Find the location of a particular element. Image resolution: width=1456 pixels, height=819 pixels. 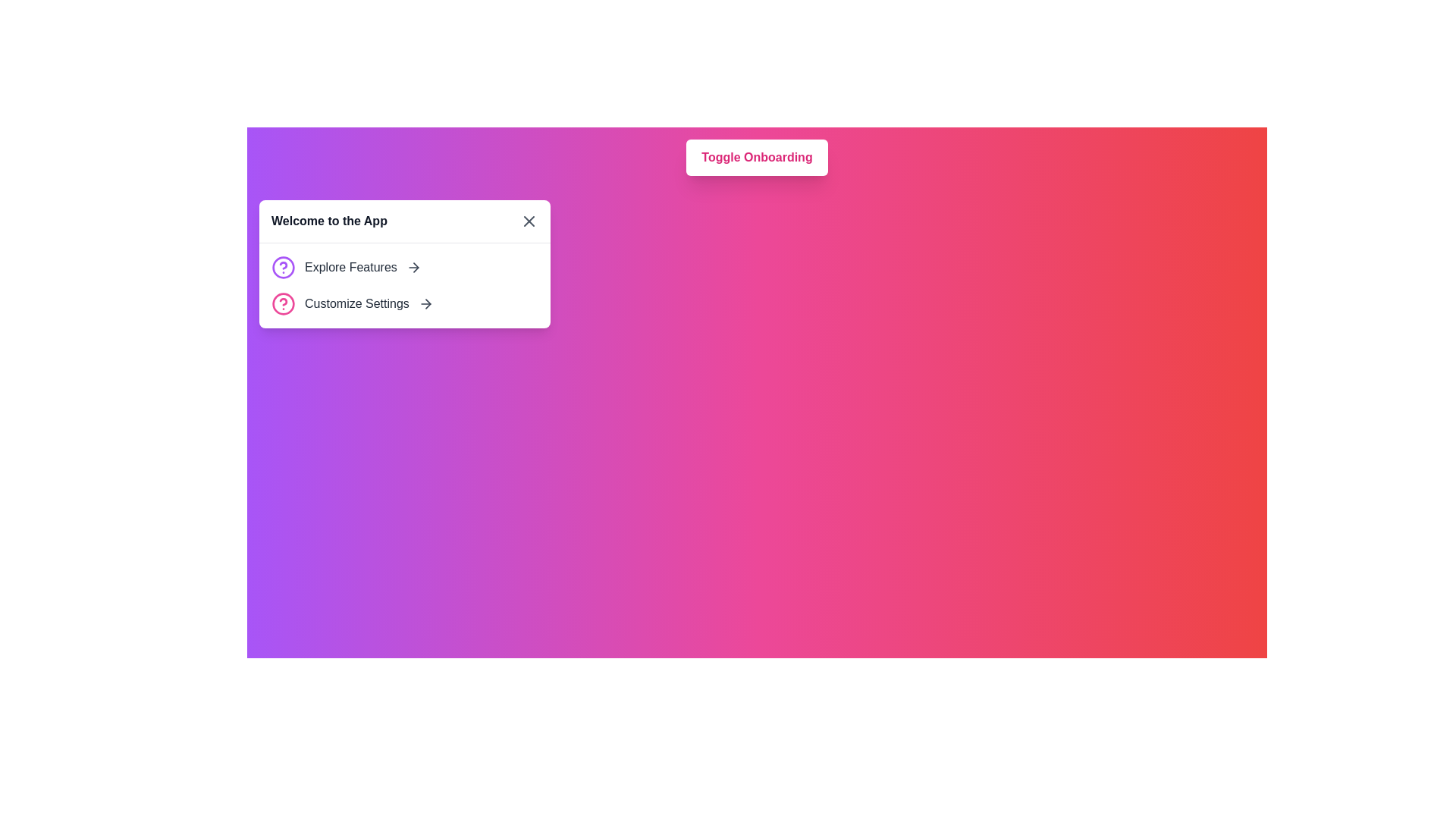

the Text Label that indicates an actionable item within the 'Welcome to the App' panel, positioned in the second row of options is located at coordinates (356, 304).